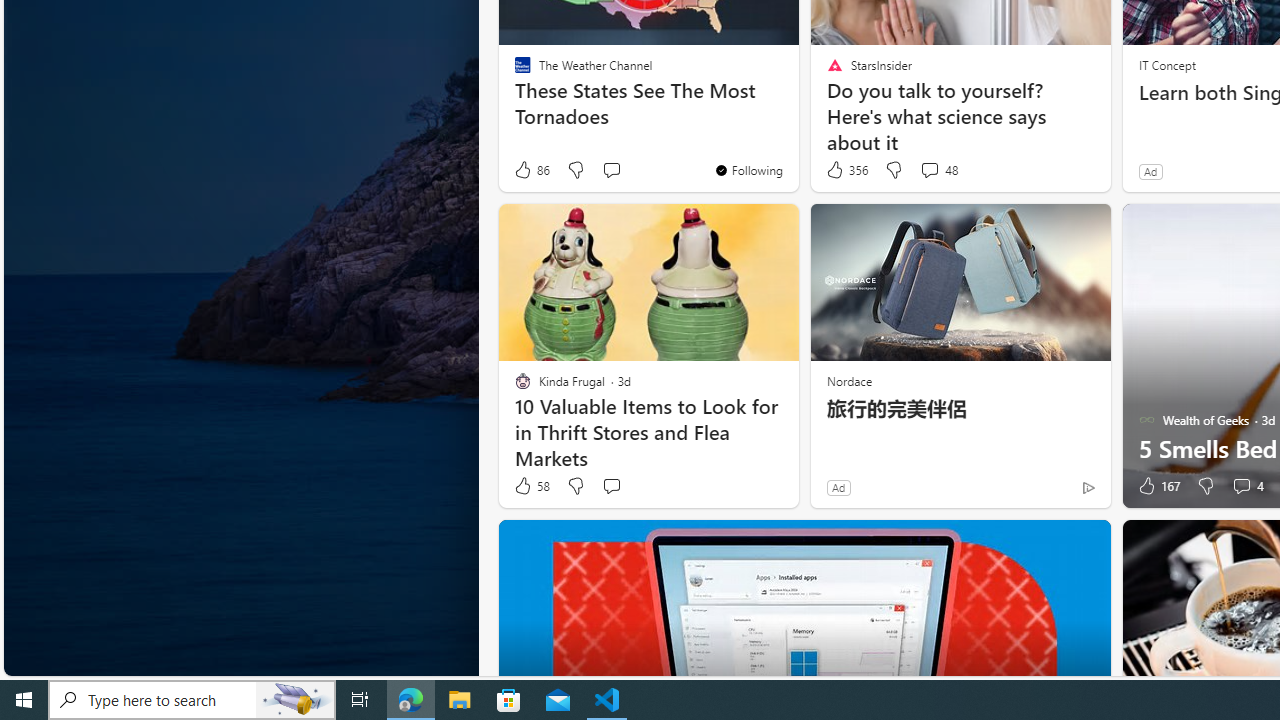 The width and height of the screenshot is (1280, 720). Describe the element at coordinates (1087, 487) in the screenshot. I see `'Ad Choice'` at that location.